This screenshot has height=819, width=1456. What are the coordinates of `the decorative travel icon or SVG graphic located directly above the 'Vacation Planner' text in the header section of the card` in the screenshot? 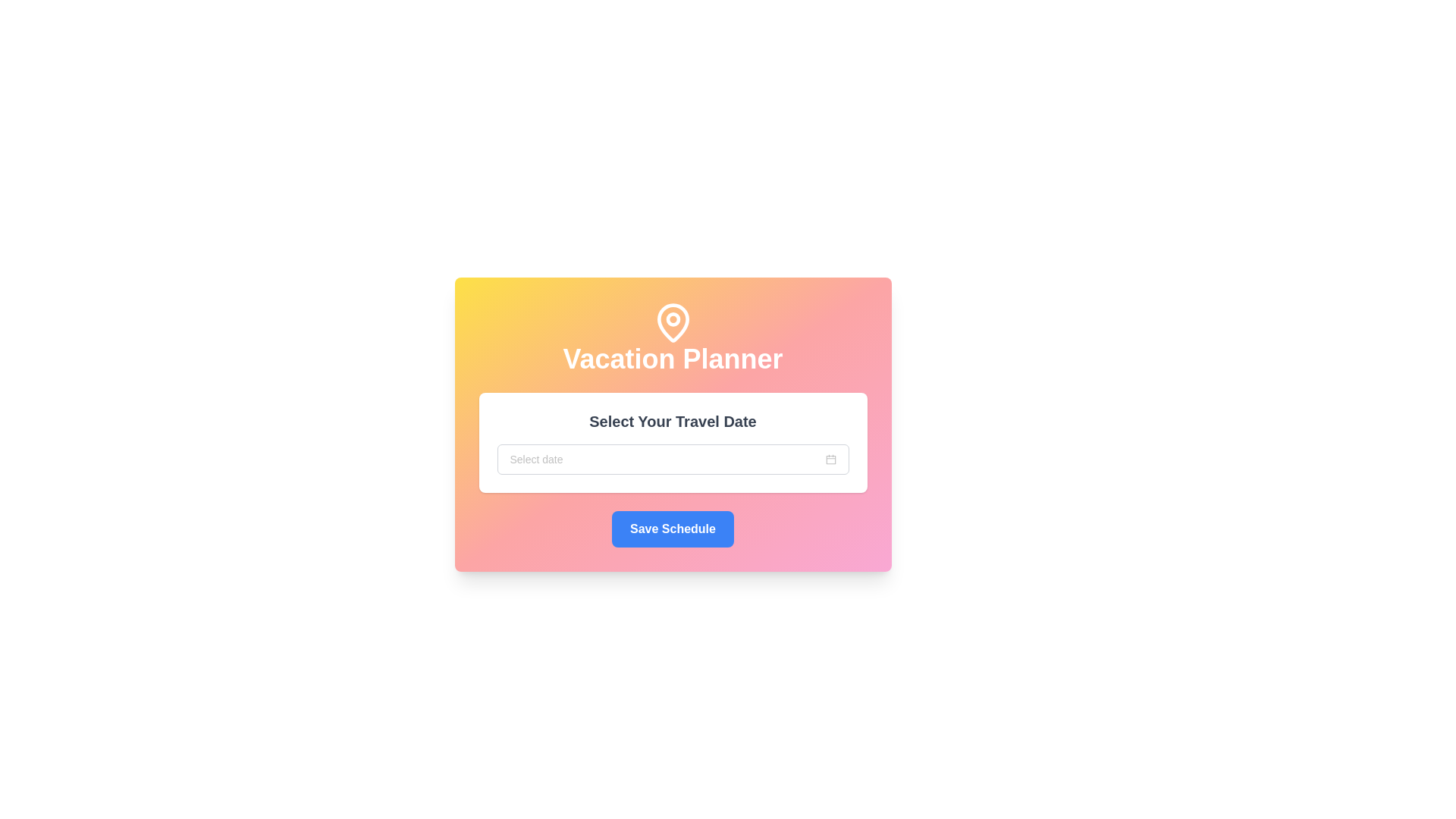 It's located at (672, 322).